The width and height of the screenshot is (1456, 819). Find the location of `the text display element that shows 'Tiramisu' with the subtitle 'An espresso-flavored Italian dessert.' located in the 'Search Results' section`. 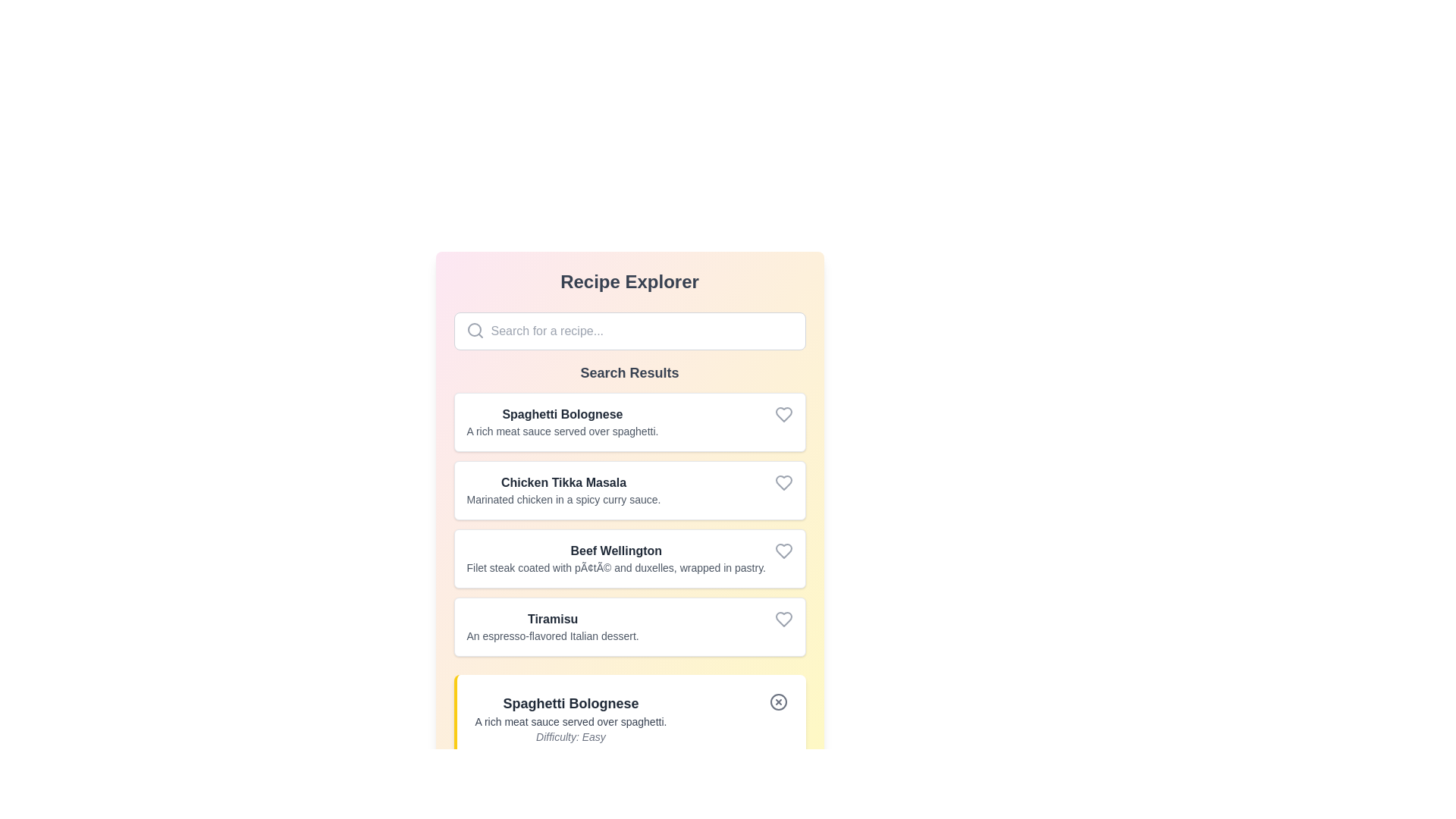

the text display element that shows 'Tiramisu' with the subtitle 'An espresso-flavored Italian dessert.' located in the 'Search Results' section is located at coordinates (552, 626).